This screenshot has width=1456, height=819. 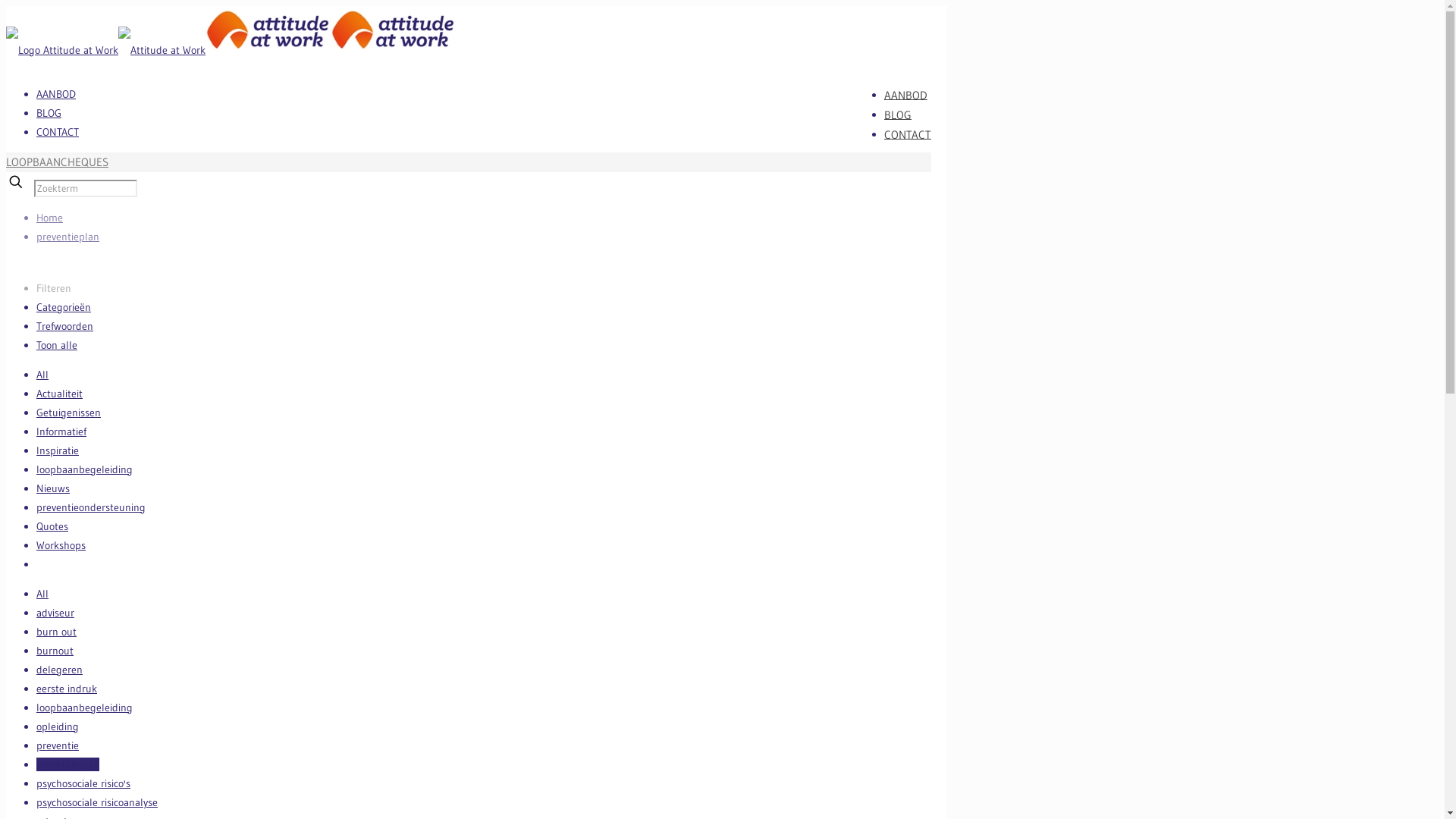 What do you see at coordinates (83, 783) in the screenshot?
I see `'psychosociale risico's'` at bounding box center [83, 783].